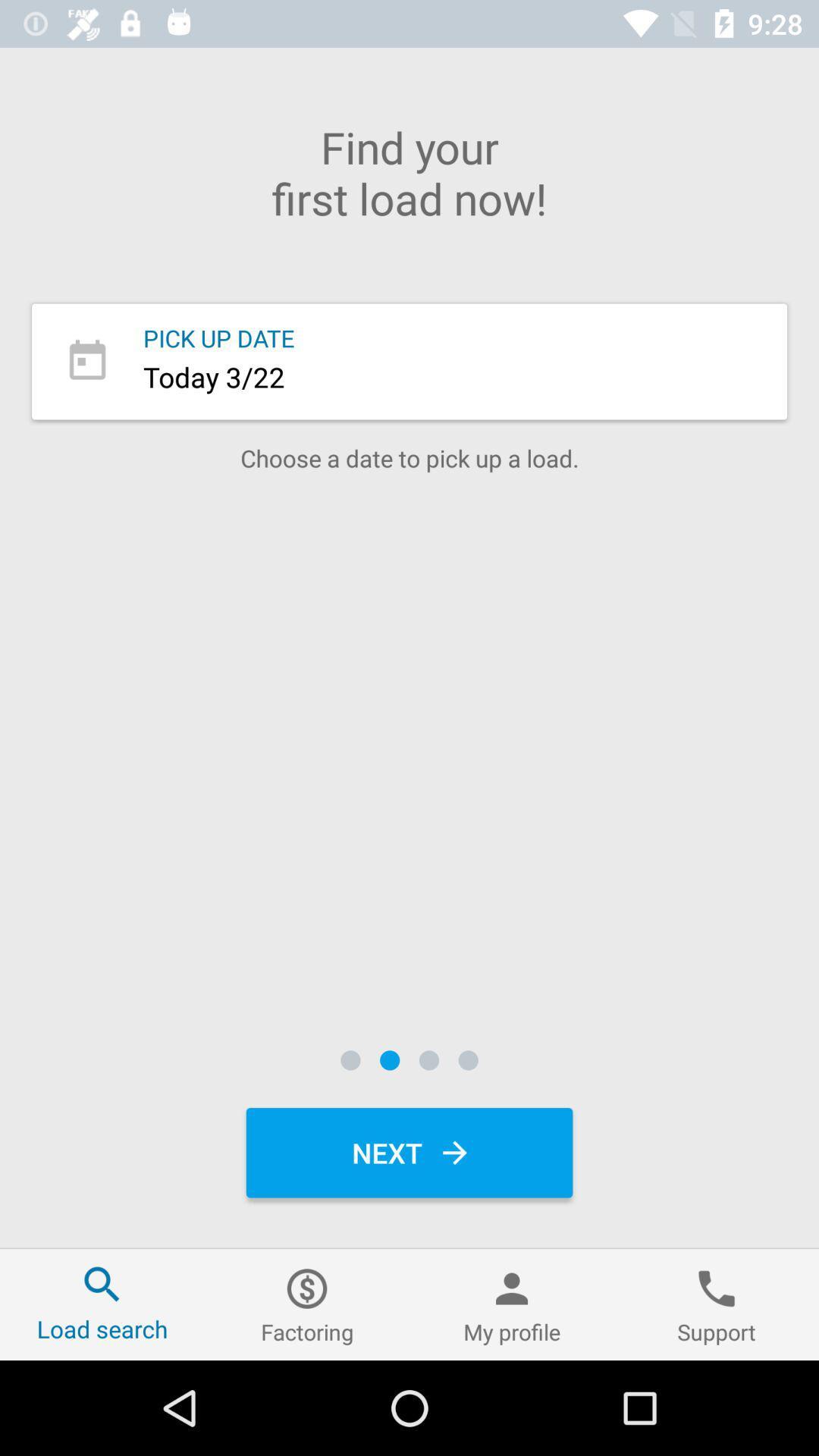 This screenshot has width=819, height=1456. I want to click on item to the left of factoring icon, so click(102, 1304).